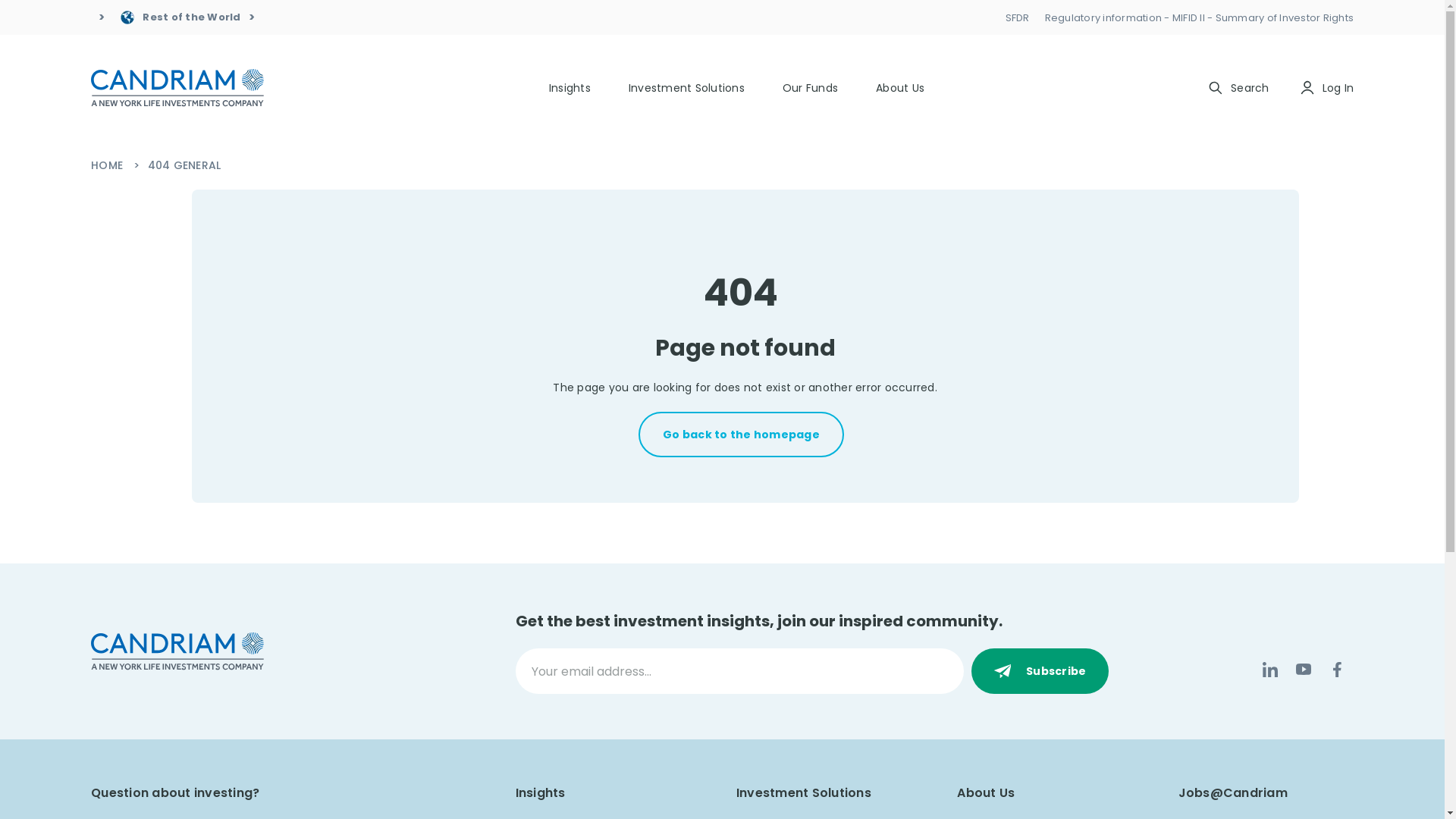  Describe the element at coordinates (1326, 87) in the screenshot. I see `'Log In'` at that location.